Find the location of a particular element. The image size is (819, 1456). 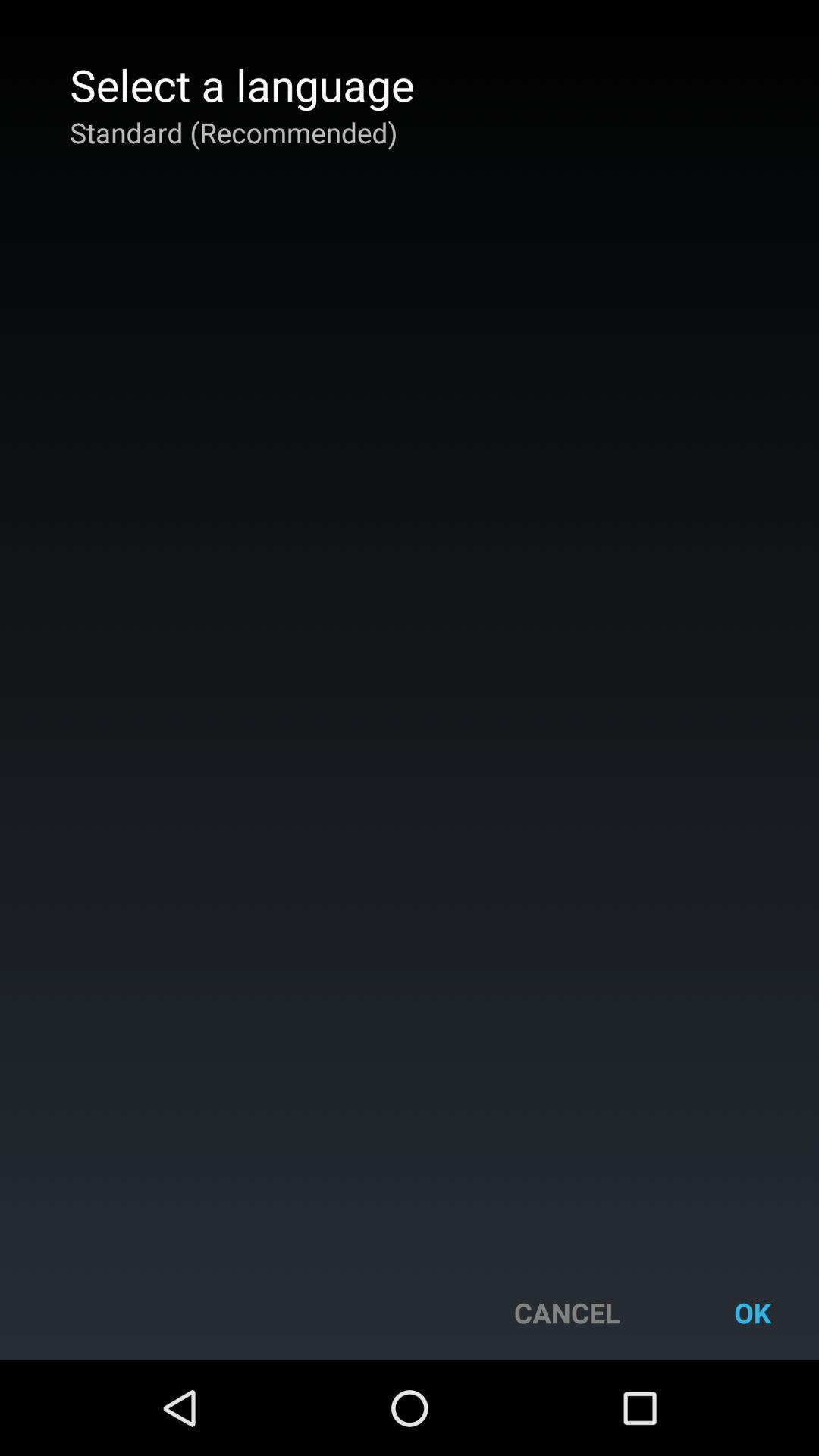

standard (recommended) app is located at coordinates (234, 132).